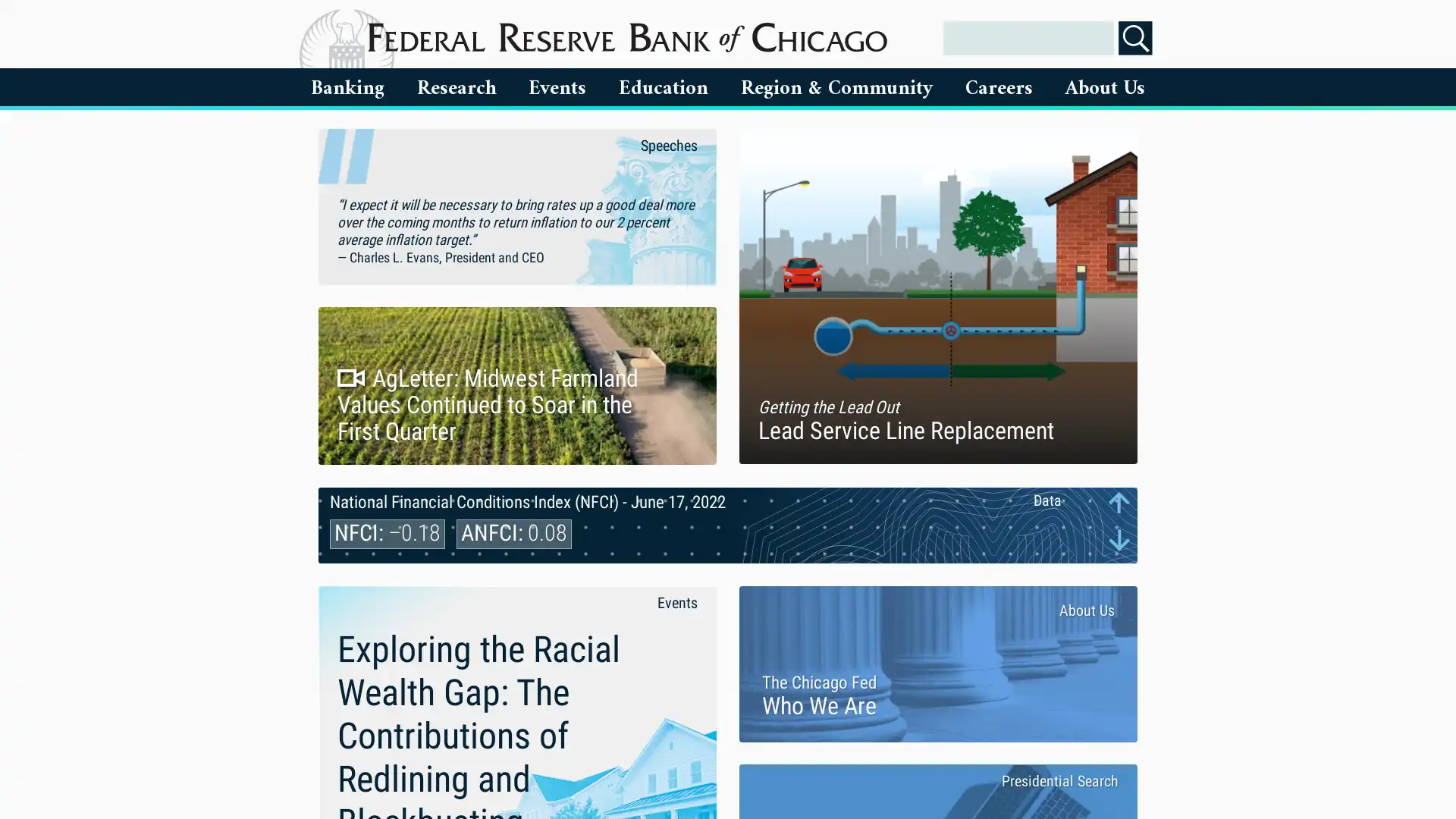 This screenshot has height=819, width=1456. What do you see at coordinates (1135, 37) in the screenshot?
I see `Search` at bounding box center [1135, 37].